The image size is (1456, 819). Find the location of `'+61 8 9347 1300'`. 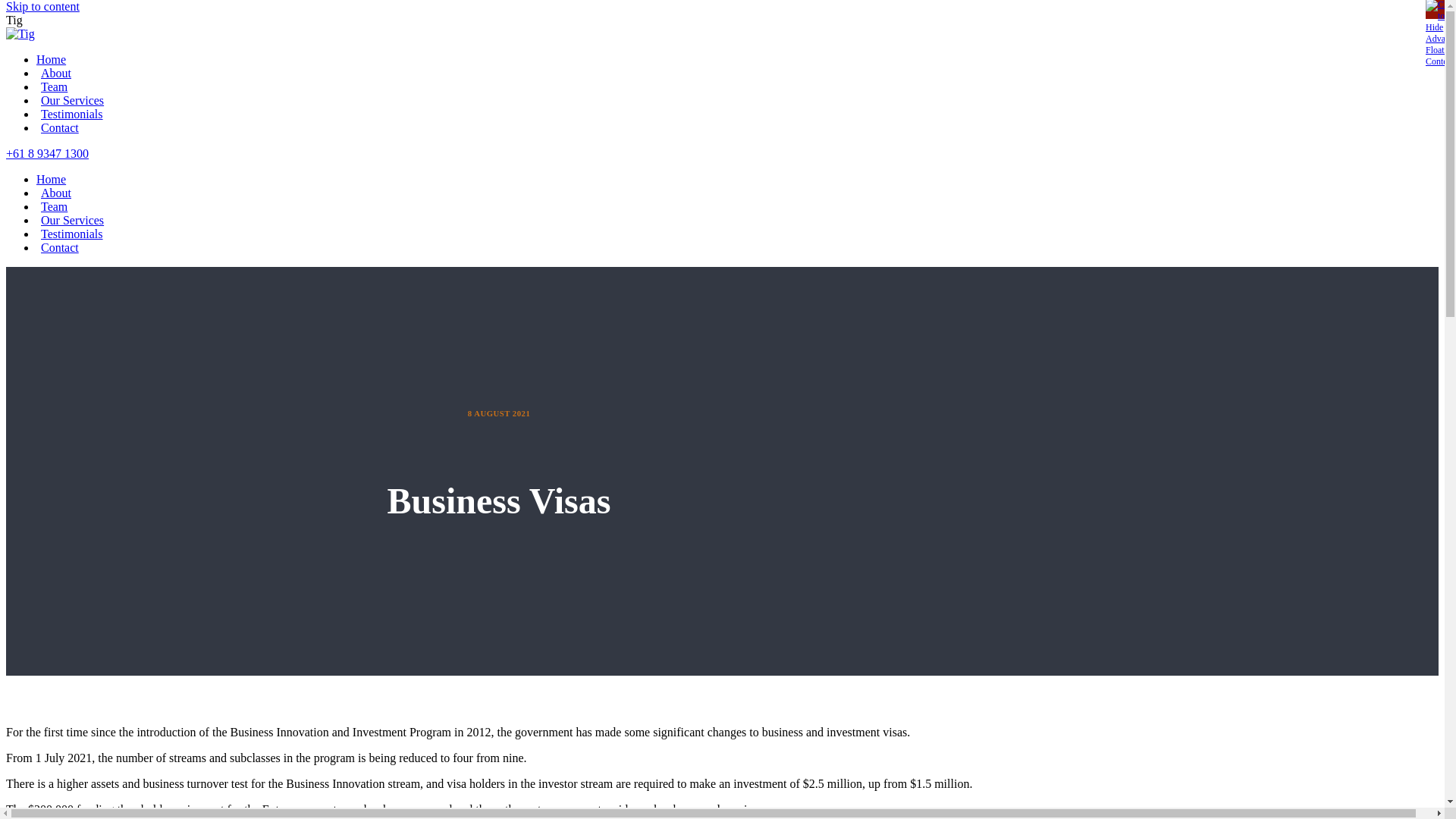

'+61 8 9347 1300' is located at coordinates (47, 153).